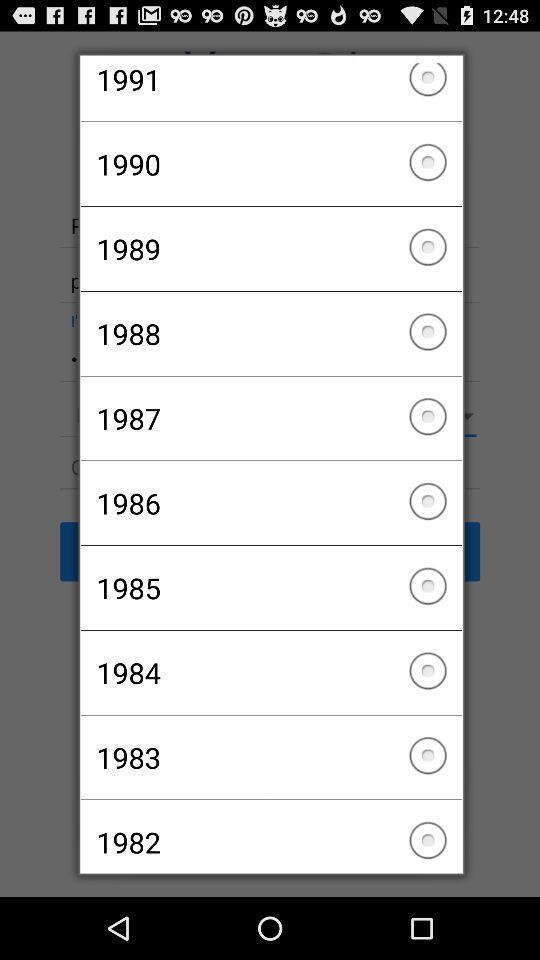  Describe the element at coordinates (270, 333) in the screenshot. I see `1988` at that location.